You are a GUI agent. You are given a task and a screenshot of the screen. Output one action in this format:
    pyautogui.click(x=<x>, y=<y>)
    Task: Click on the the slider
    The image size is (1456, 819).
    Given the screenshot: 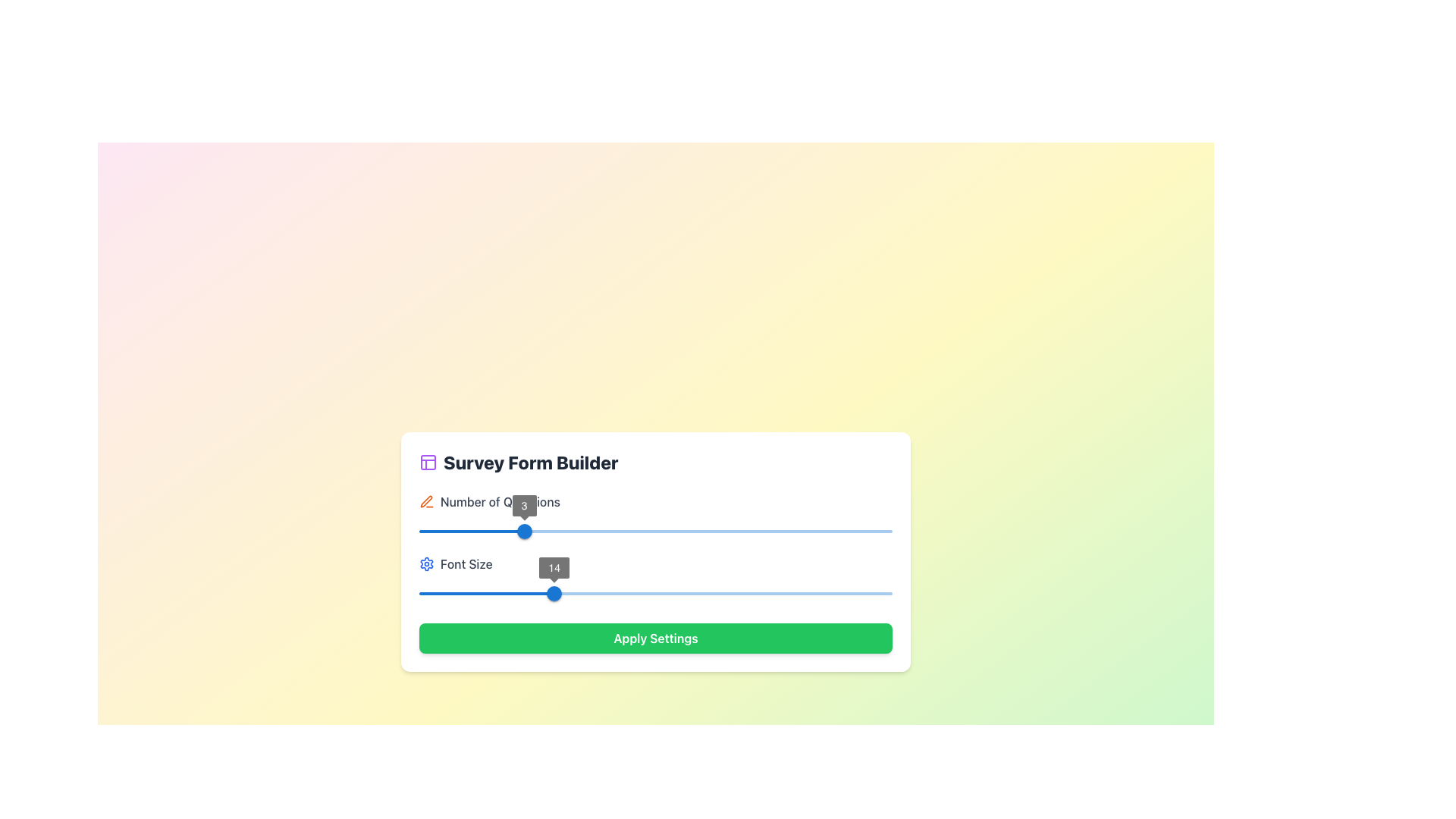 What is the action you would take?
    pyautogui.click(x=750, y=531)
    